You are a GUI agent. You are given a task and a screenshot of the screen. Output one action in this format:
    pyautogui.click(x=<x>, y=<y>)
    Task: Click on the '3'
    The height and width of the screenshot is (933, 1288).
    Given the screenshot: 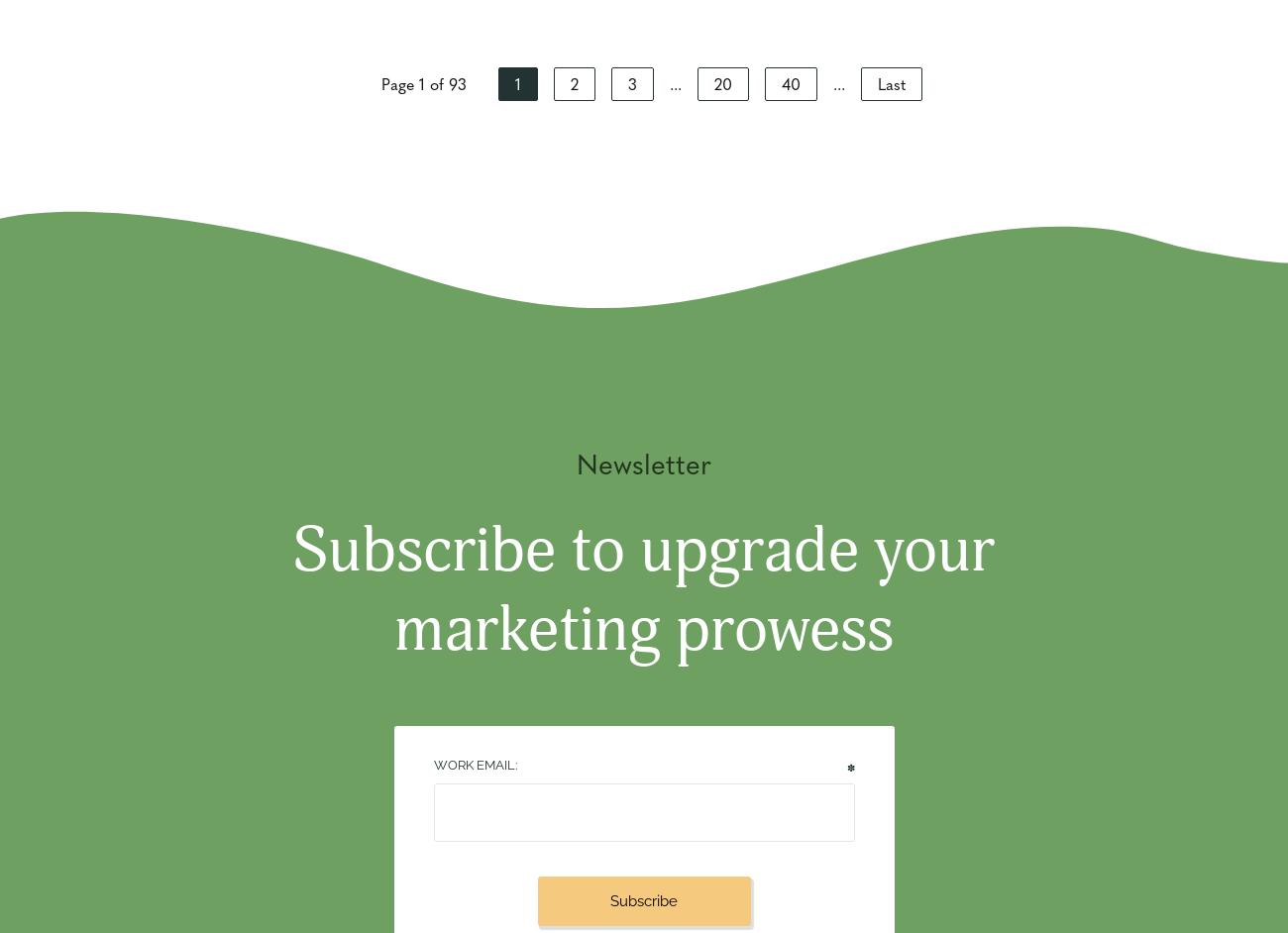 What is the action you would take?
    pyautogui.click(x=628, y=82)
    